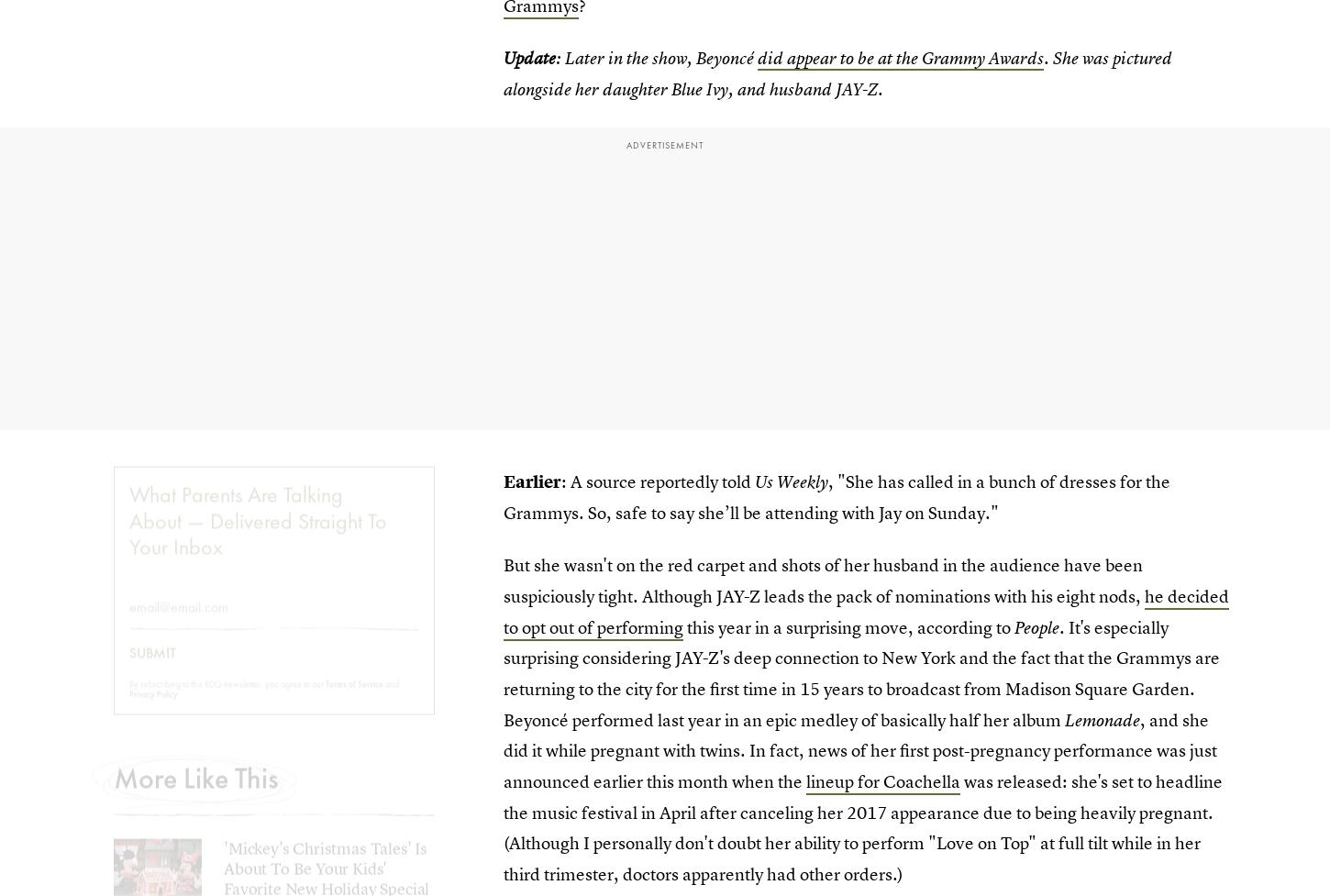  I want to click on 'Update', so click(529, 58).